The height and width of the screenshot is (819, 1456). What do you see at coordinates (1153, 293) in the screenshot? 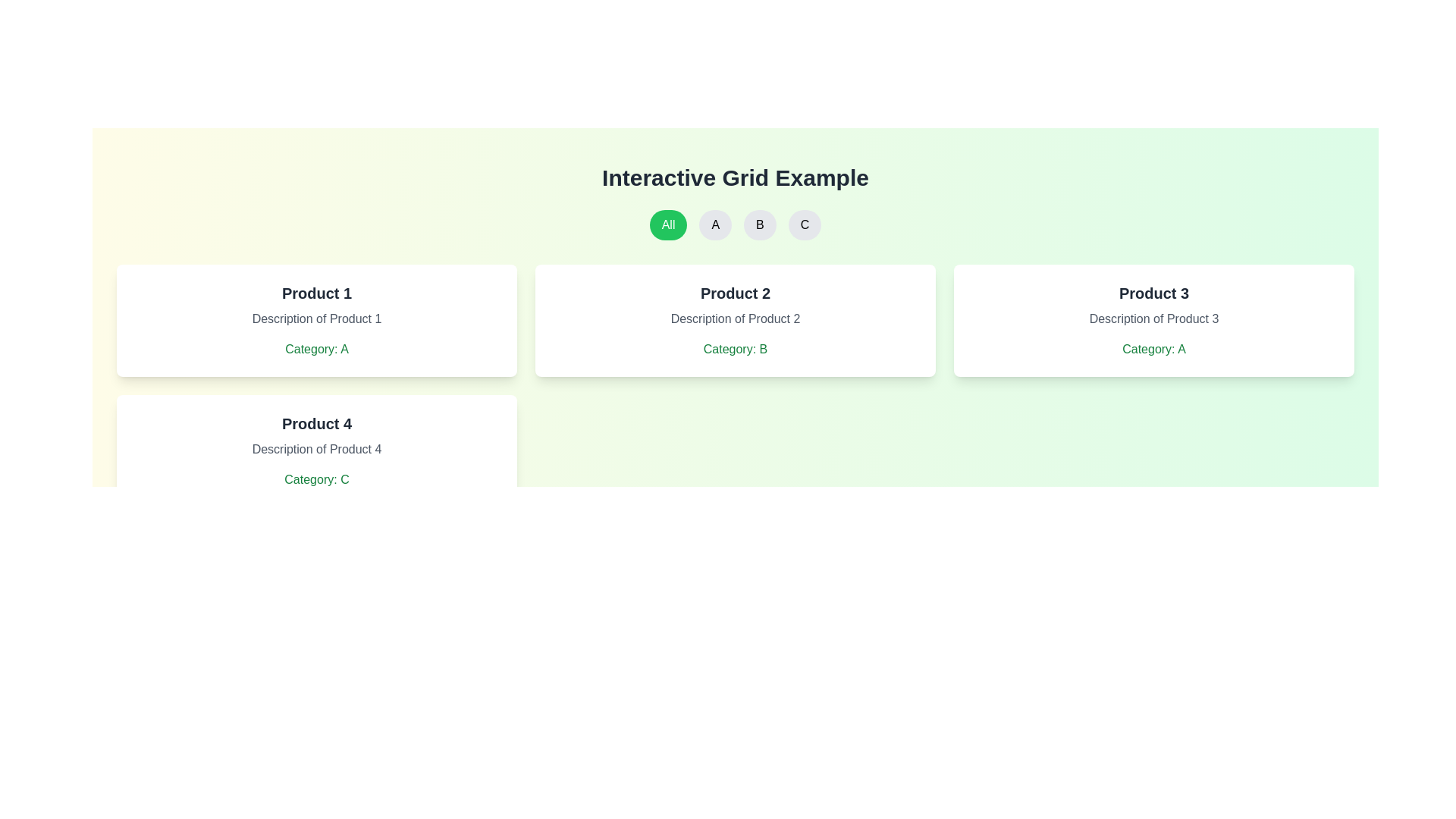
I see `the heading element that serves as the title for the product in the card, positioned in the second row, third column of the grid, above the texts 'Description of Product 3' and 'Category: A'` at bounding box center [1153, 293].